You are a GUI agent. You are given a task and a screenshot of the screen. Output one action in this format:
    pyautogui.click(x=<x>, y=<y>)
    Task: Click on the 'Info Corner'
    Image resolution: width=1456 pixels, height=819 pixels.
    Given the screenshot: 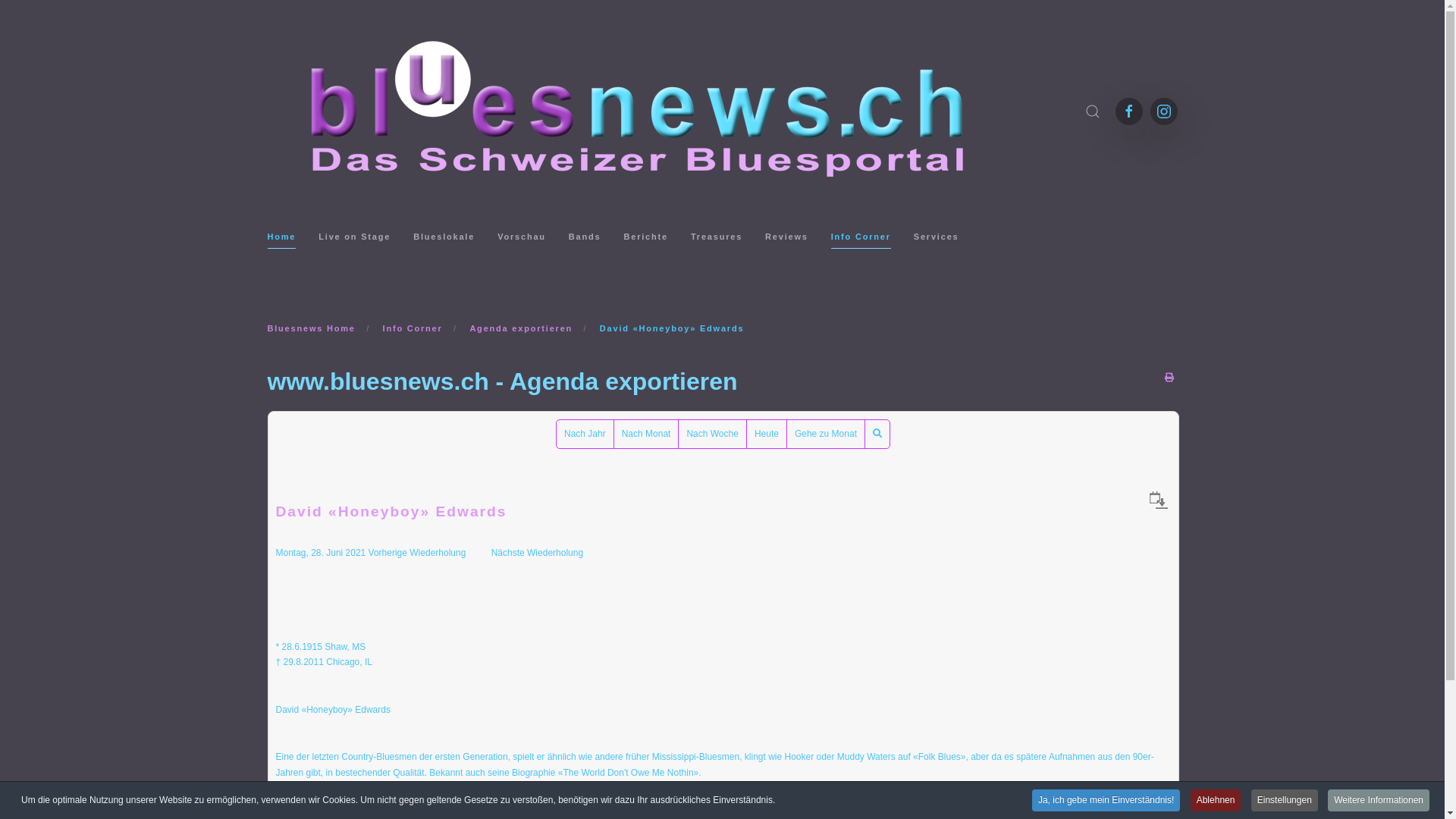 What is the action you would take?
    pyautogui.click(x=413, y=327)
    